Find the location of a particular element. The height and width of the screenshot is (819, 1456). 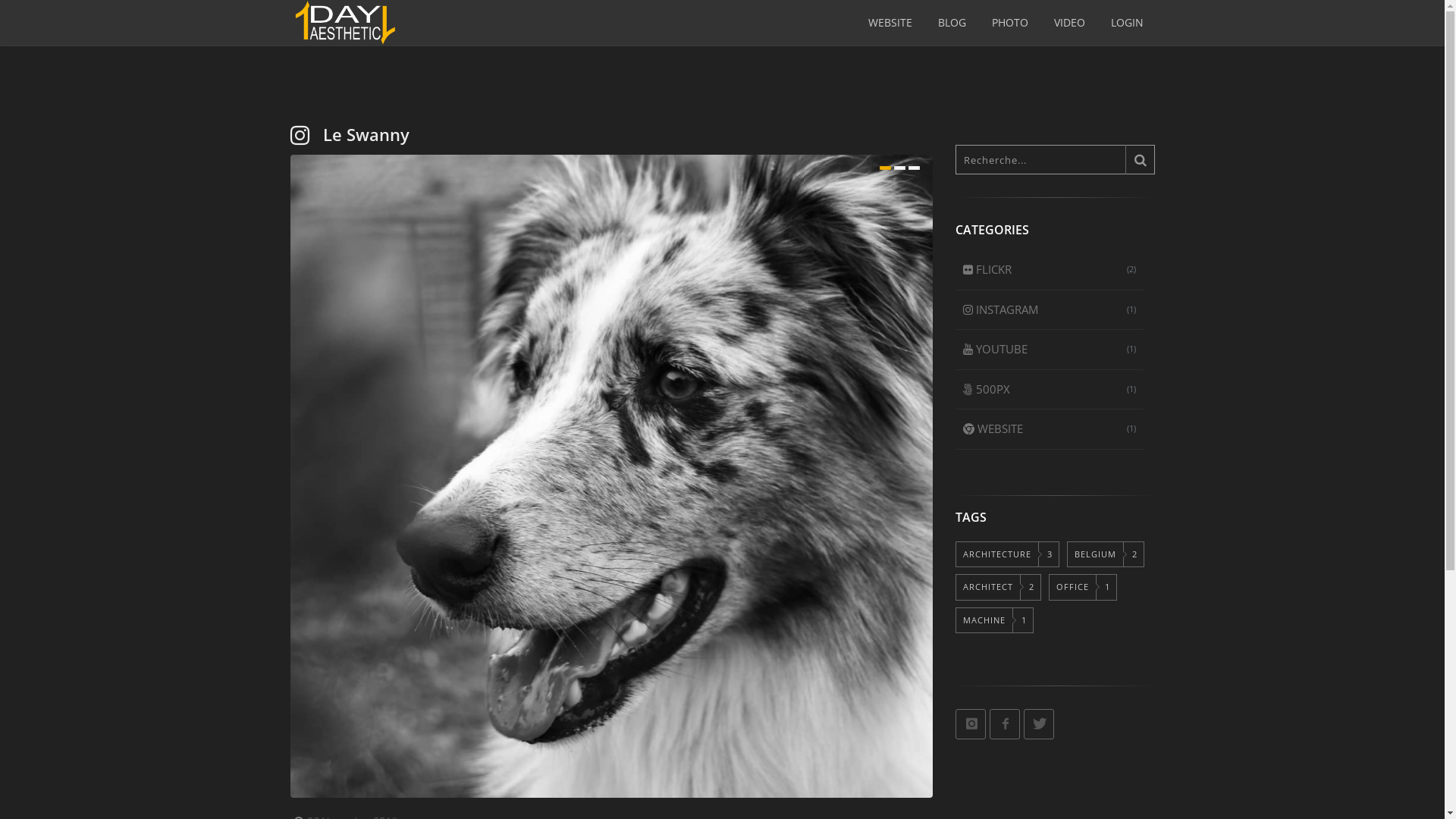

'3' is located at coordinates (913, 168).